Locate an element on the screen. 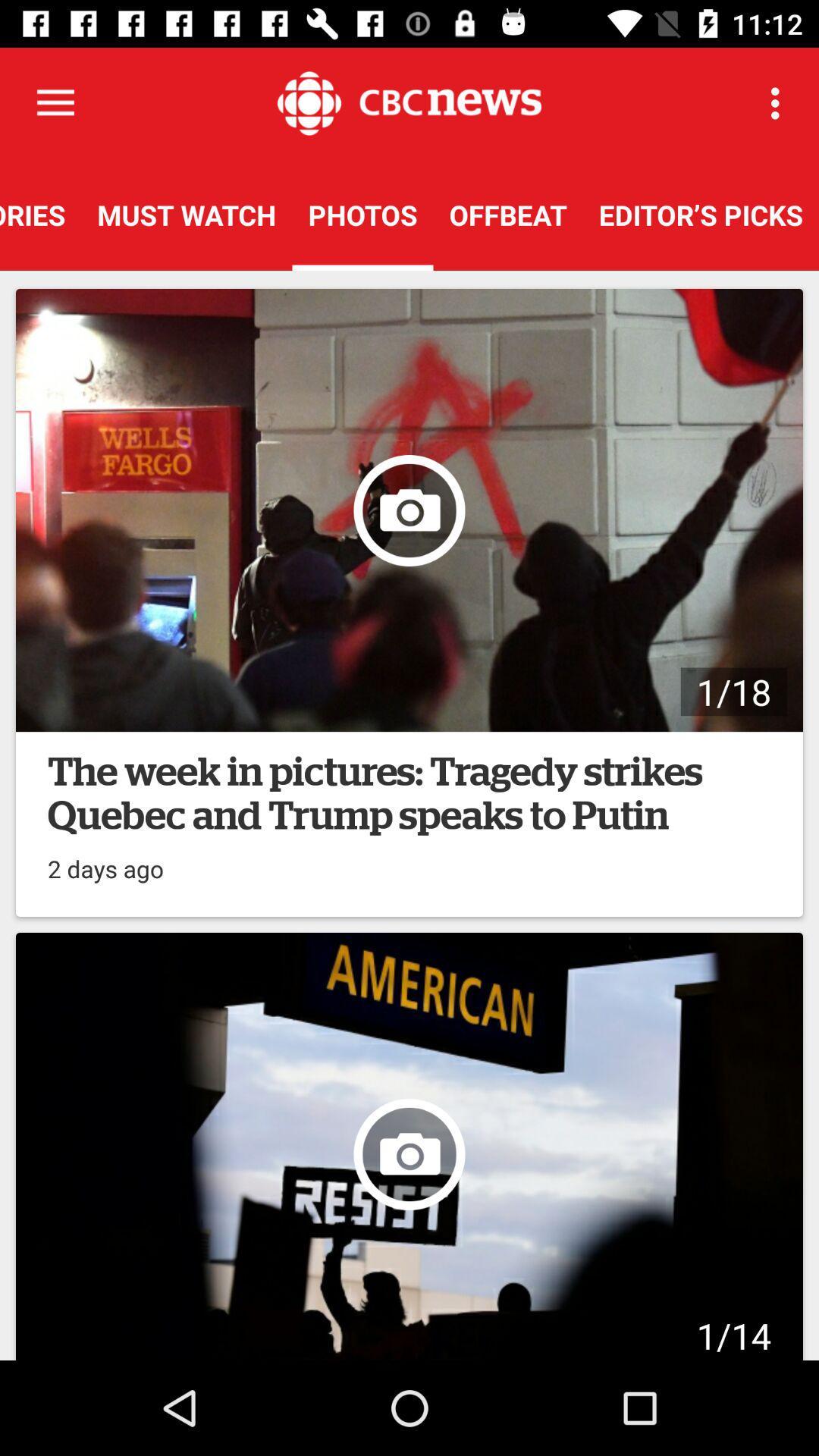  the icon to the right of top stories is located at coordinates (186, 214).